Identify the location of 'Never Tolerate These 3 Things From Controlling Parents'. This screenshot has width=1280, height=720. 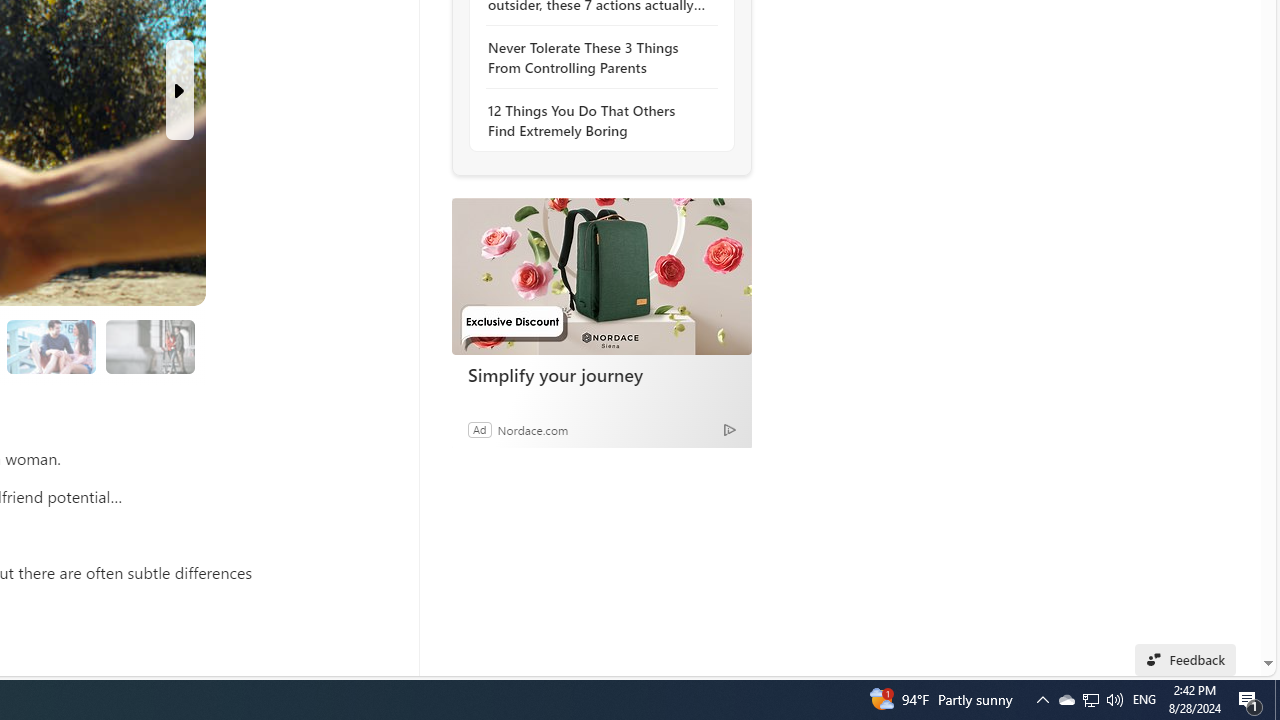
(595, 56).